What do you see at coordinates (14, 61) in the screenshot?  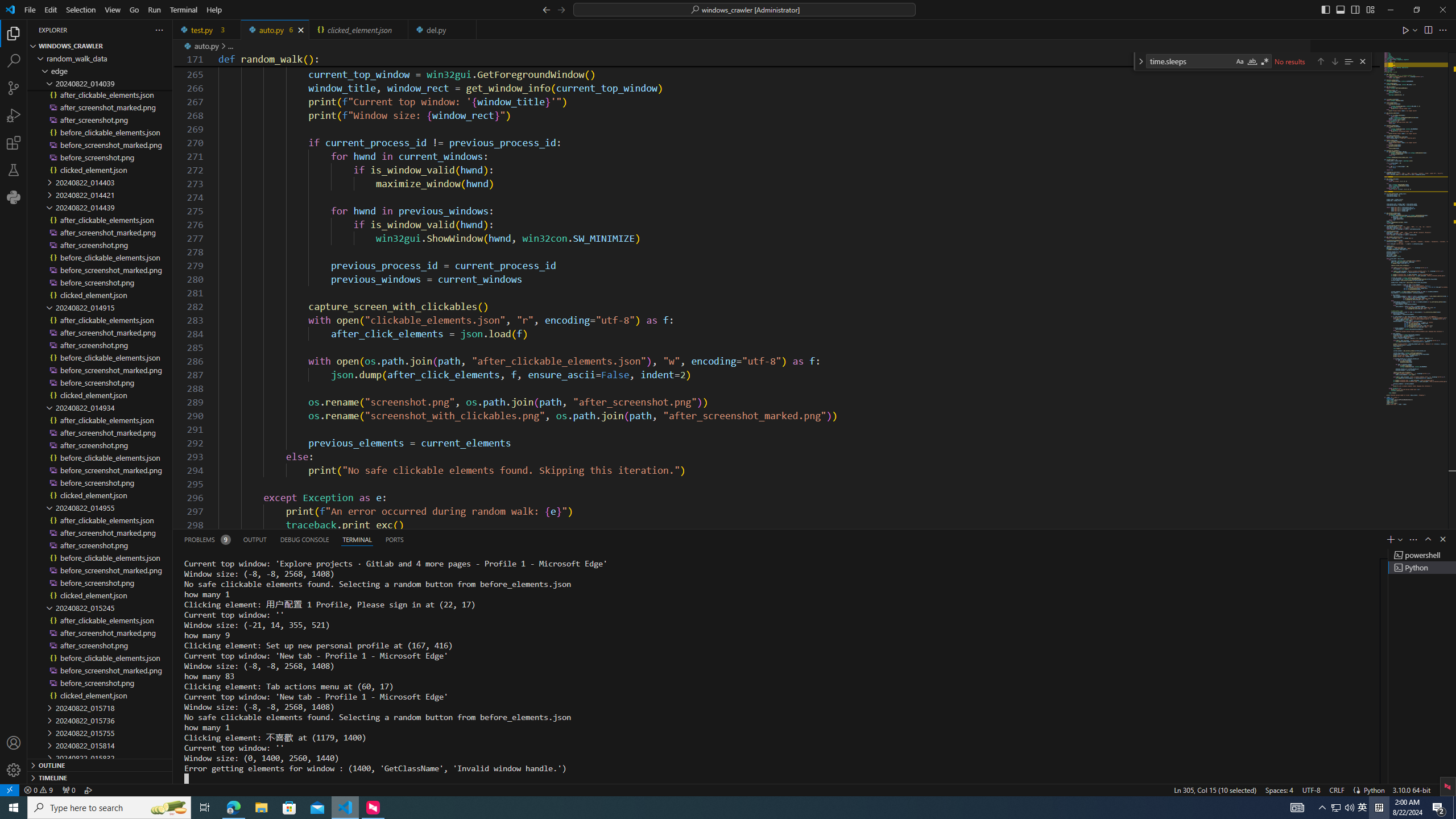 I see `'Search (Ctrl+Shift+F)'` at bounding box center [14, 61].